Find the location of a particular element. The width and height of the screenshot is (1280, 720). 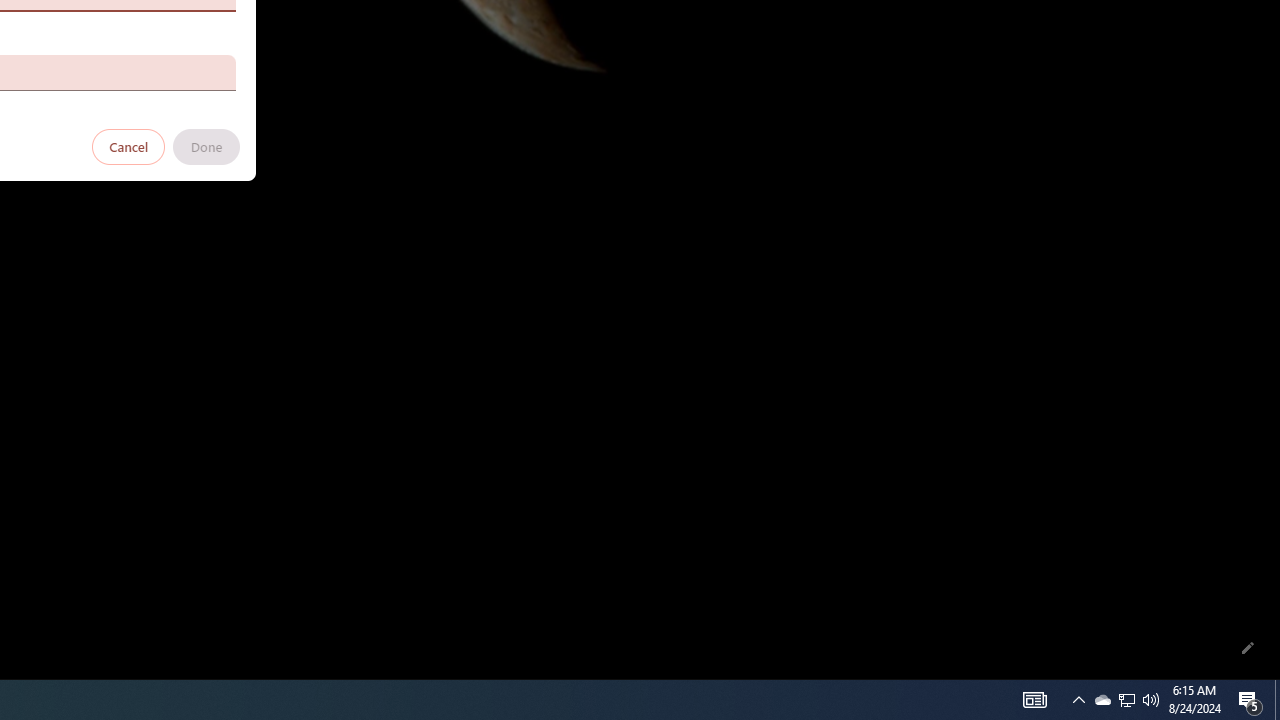

'Done' is located at coordinates (206, 145).